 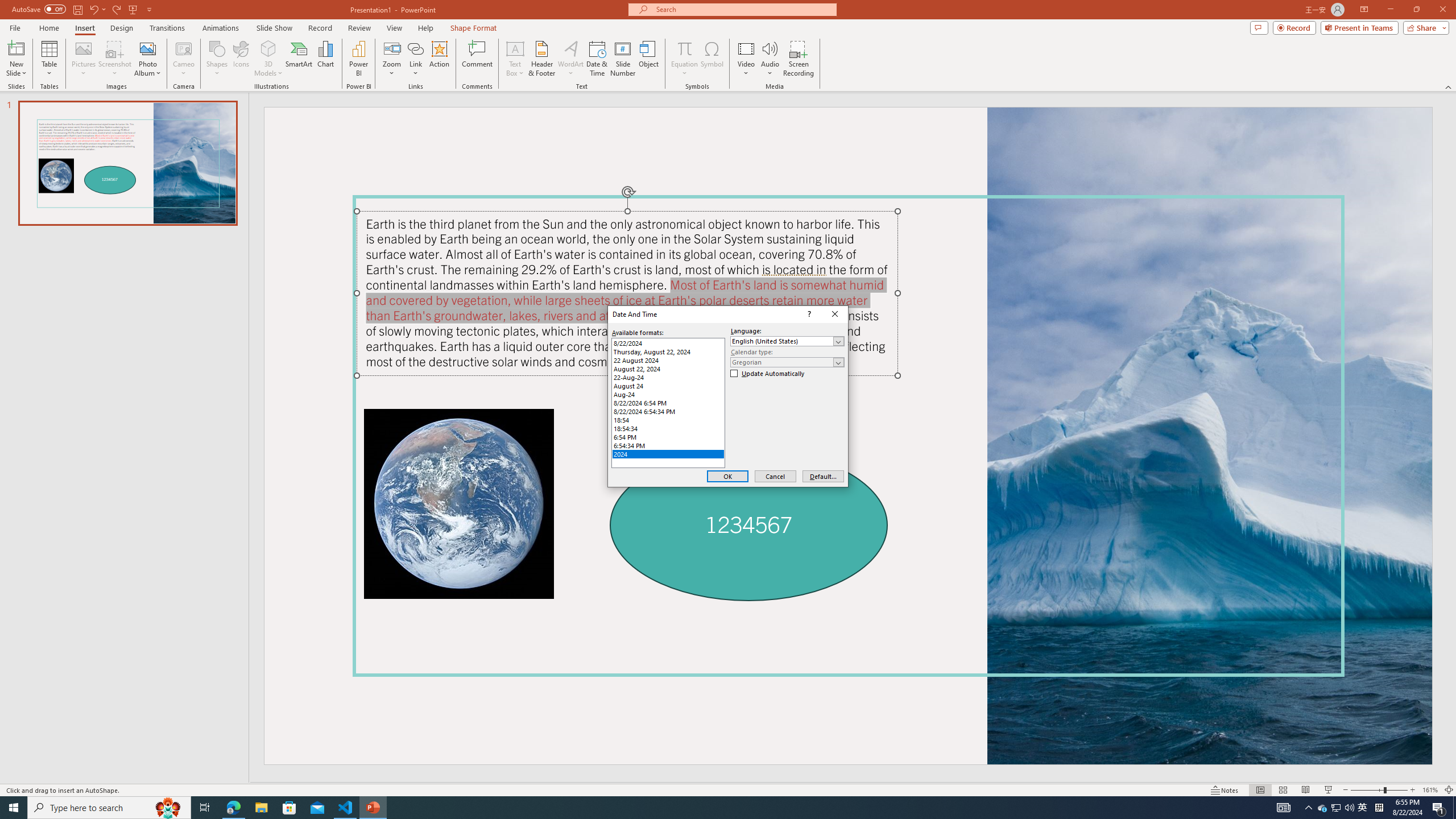 What do you see at coordinates (233, 806) in the screenshot?
I see `'File Explorer'` at bounding box center [233, 806].